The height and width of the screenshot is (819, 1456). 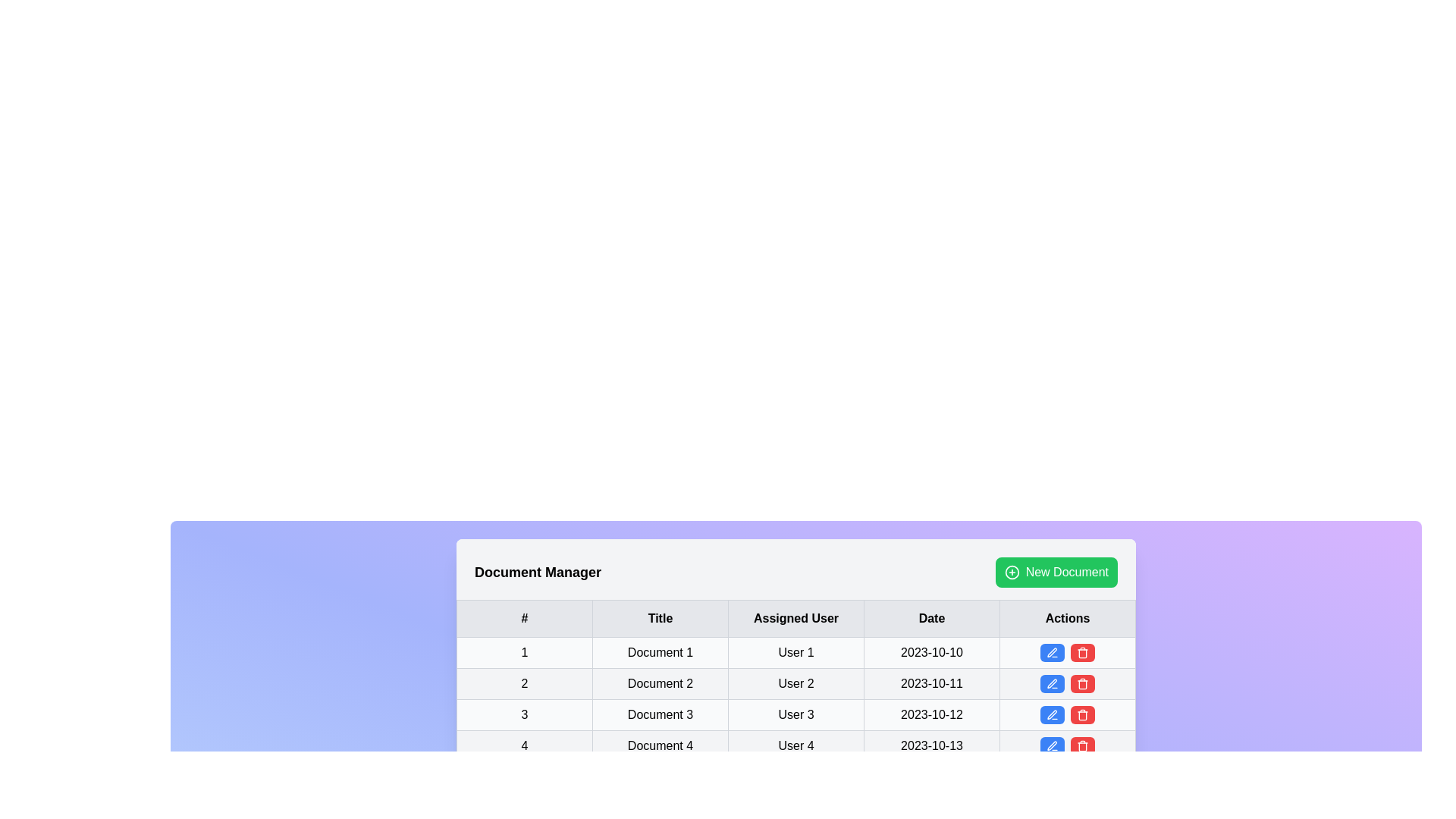 I want to click on the small red button with rounded corners and a trash can icon, so click(x=1082, y=684).